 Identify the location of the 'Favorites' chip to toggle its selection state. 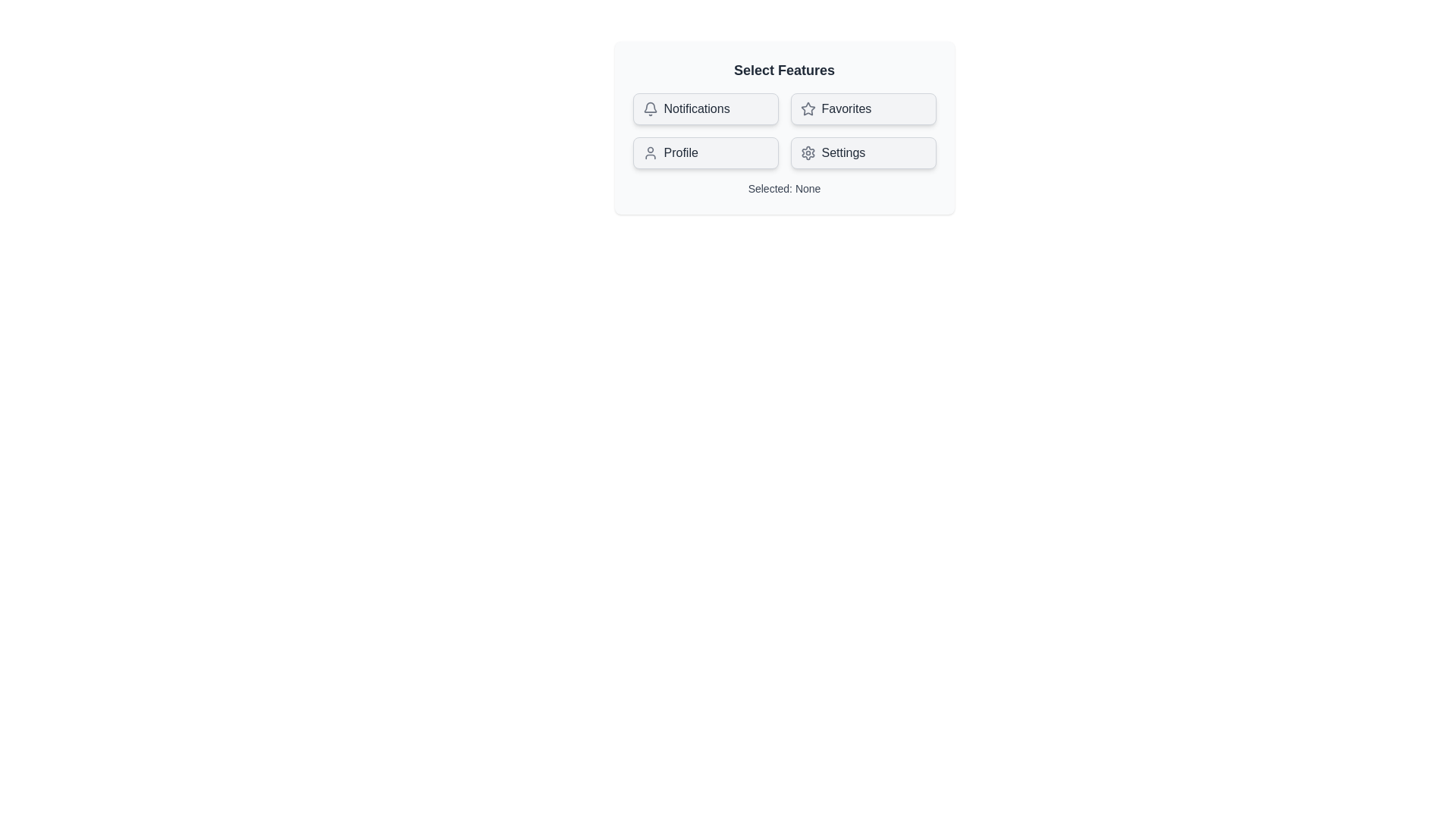
(863, 108).